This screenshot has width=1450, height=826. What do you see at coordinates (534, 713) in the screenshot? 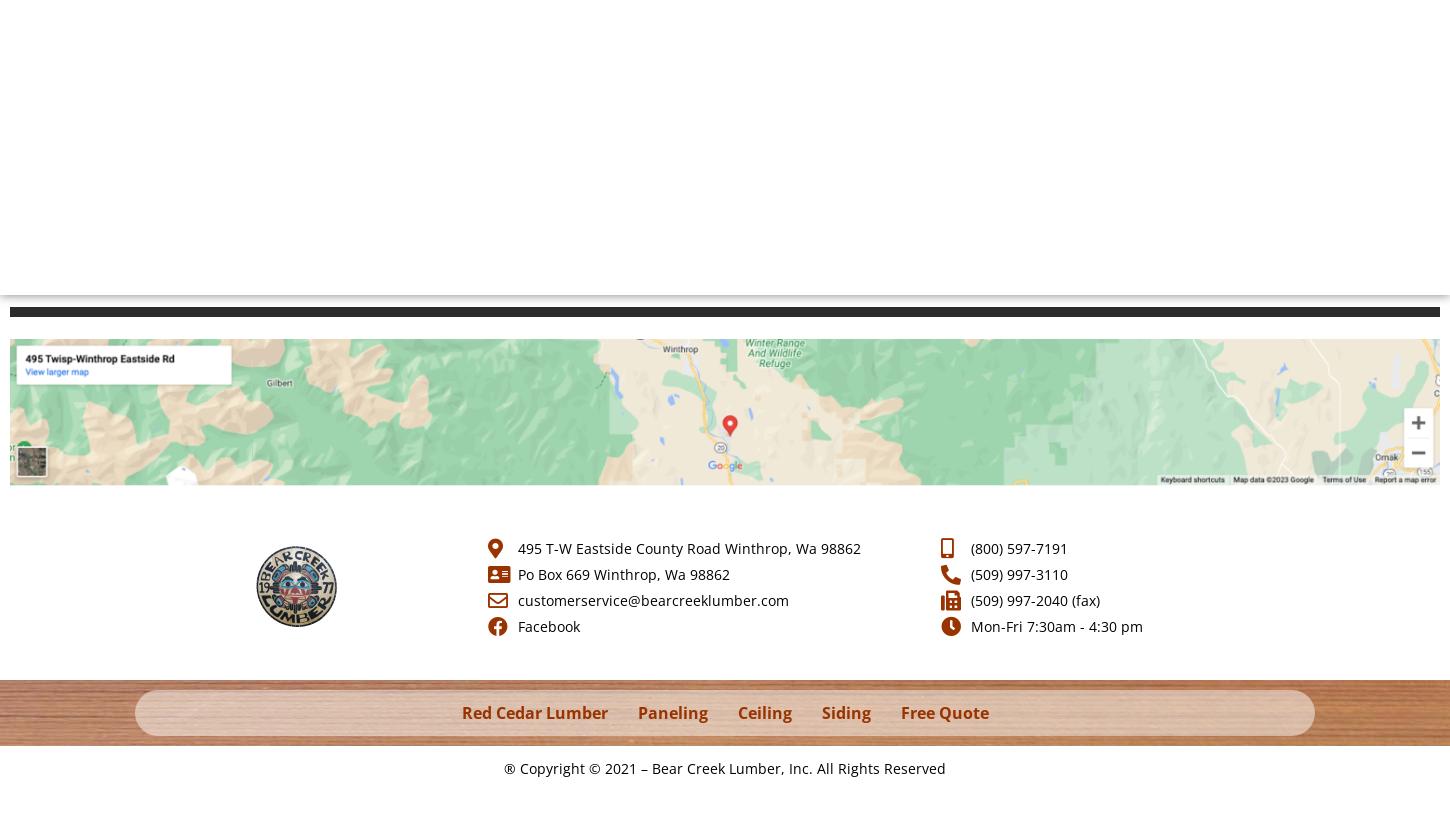
I see `'Red Cedar Lumber'` at bounding box center [534, 713].